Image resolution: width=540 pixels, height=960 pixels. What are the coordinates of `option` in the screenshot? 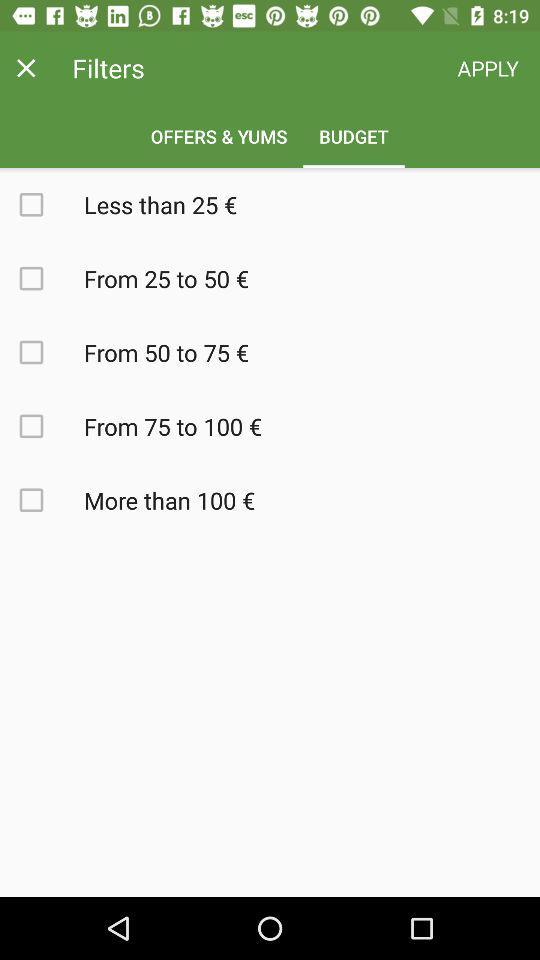 It's located at (42, 204).